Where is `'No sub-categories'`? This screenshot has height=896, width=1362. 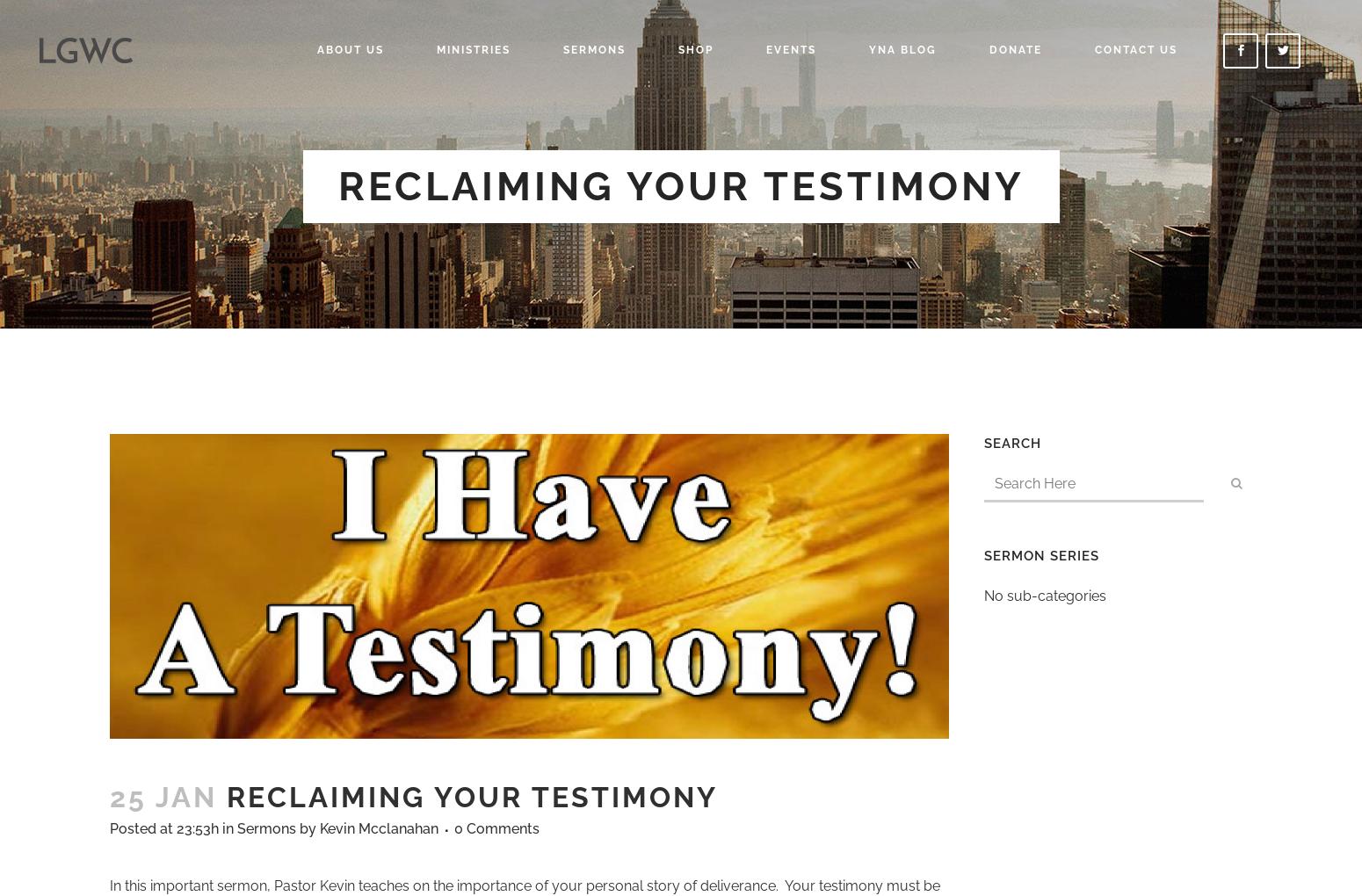 'No sub-categories' is located at coordinates (1045, 596).